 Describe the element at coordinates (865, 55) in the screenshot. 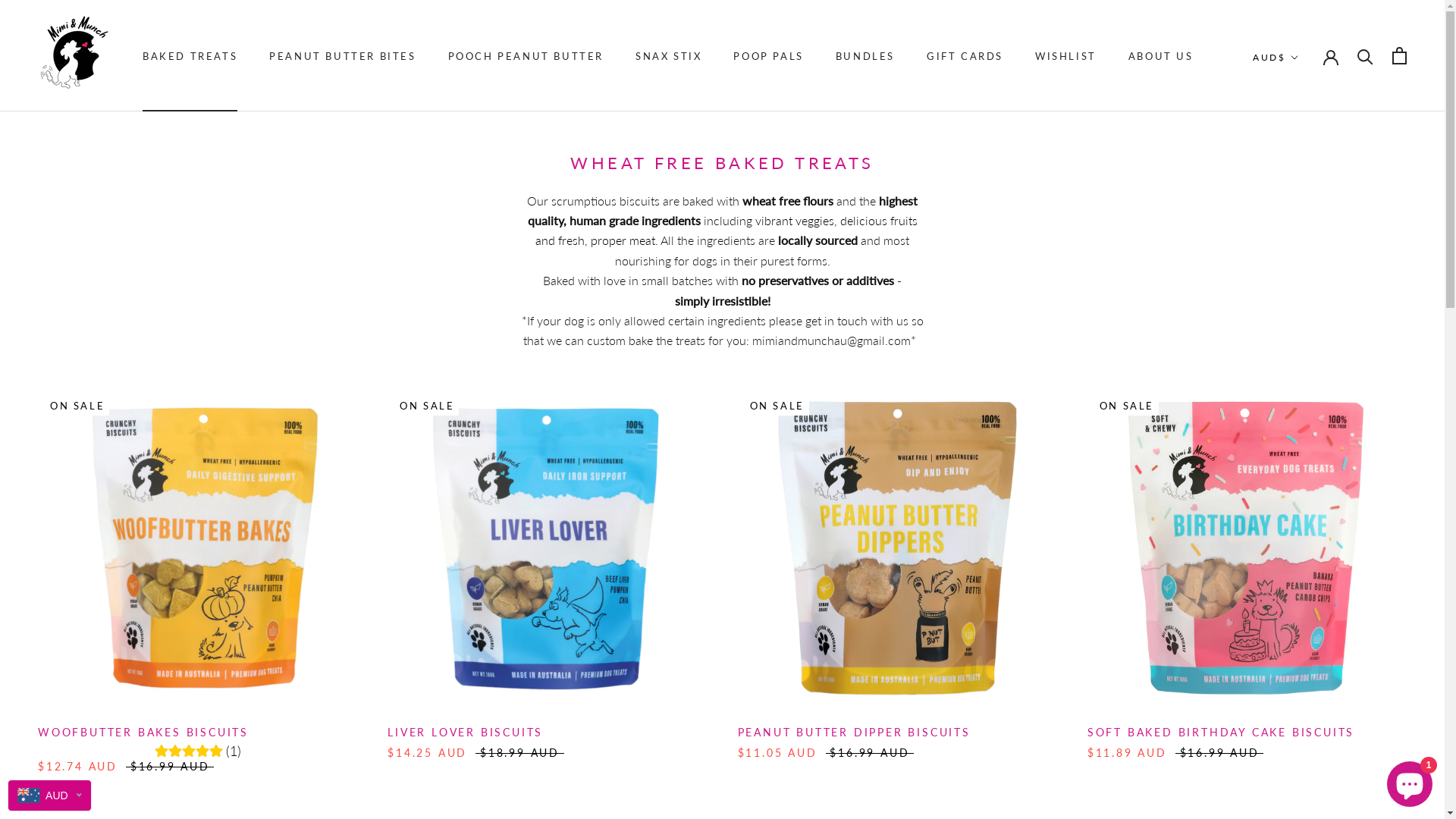

I see `'BUNDLES` at that location.